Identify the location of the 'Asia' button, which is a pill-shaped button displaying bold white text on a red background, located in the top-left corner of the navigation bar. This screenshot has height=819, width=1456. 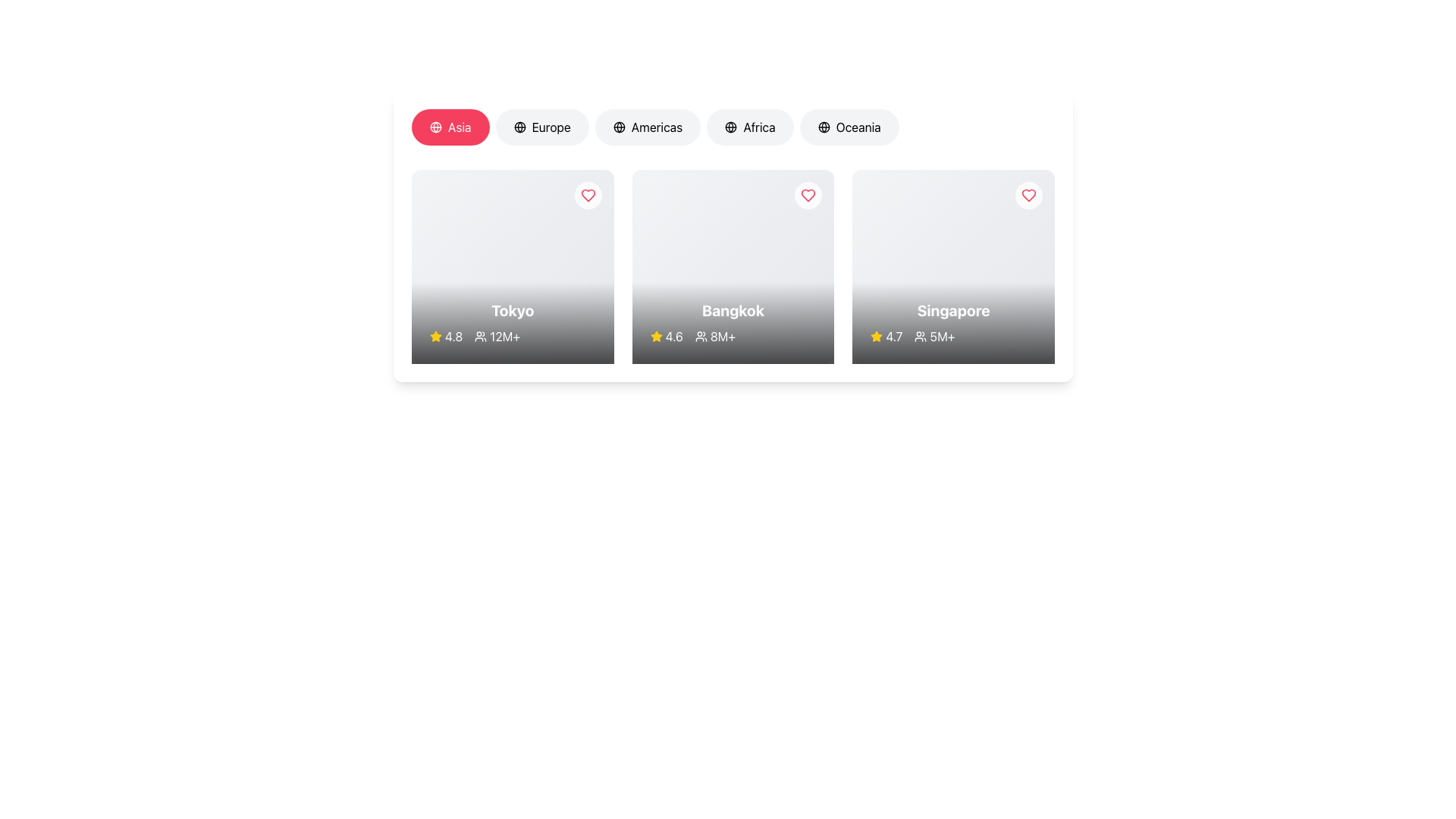
(459, 127).